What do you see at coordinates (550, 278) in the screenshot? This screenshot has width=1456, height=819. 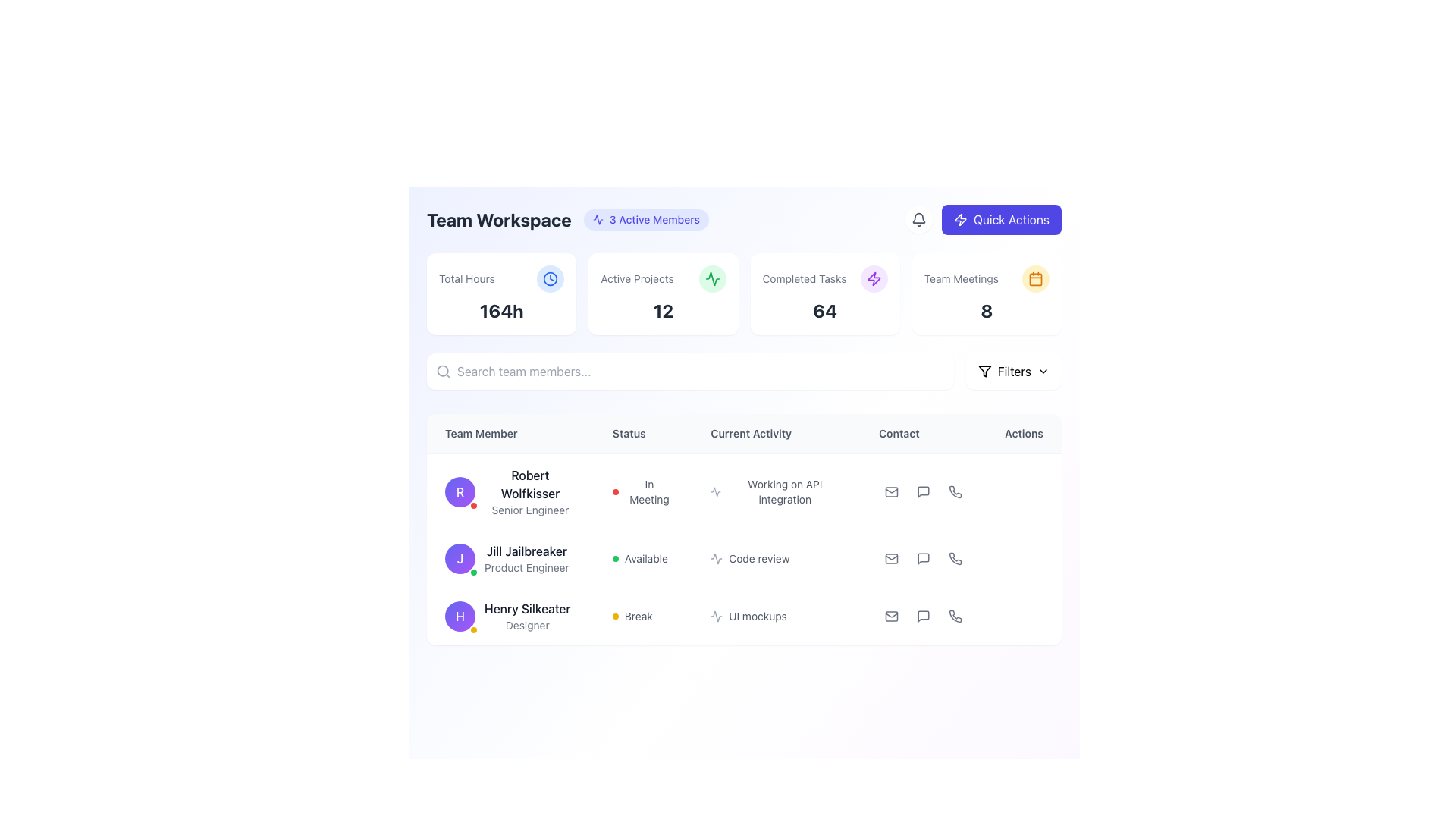 I see `the circular graphical component within the clock icon, which is part of the 'Total Hours' card in the dashboard, featuring a blue outer ring and a white inner field` at bounding box center [550, 278].